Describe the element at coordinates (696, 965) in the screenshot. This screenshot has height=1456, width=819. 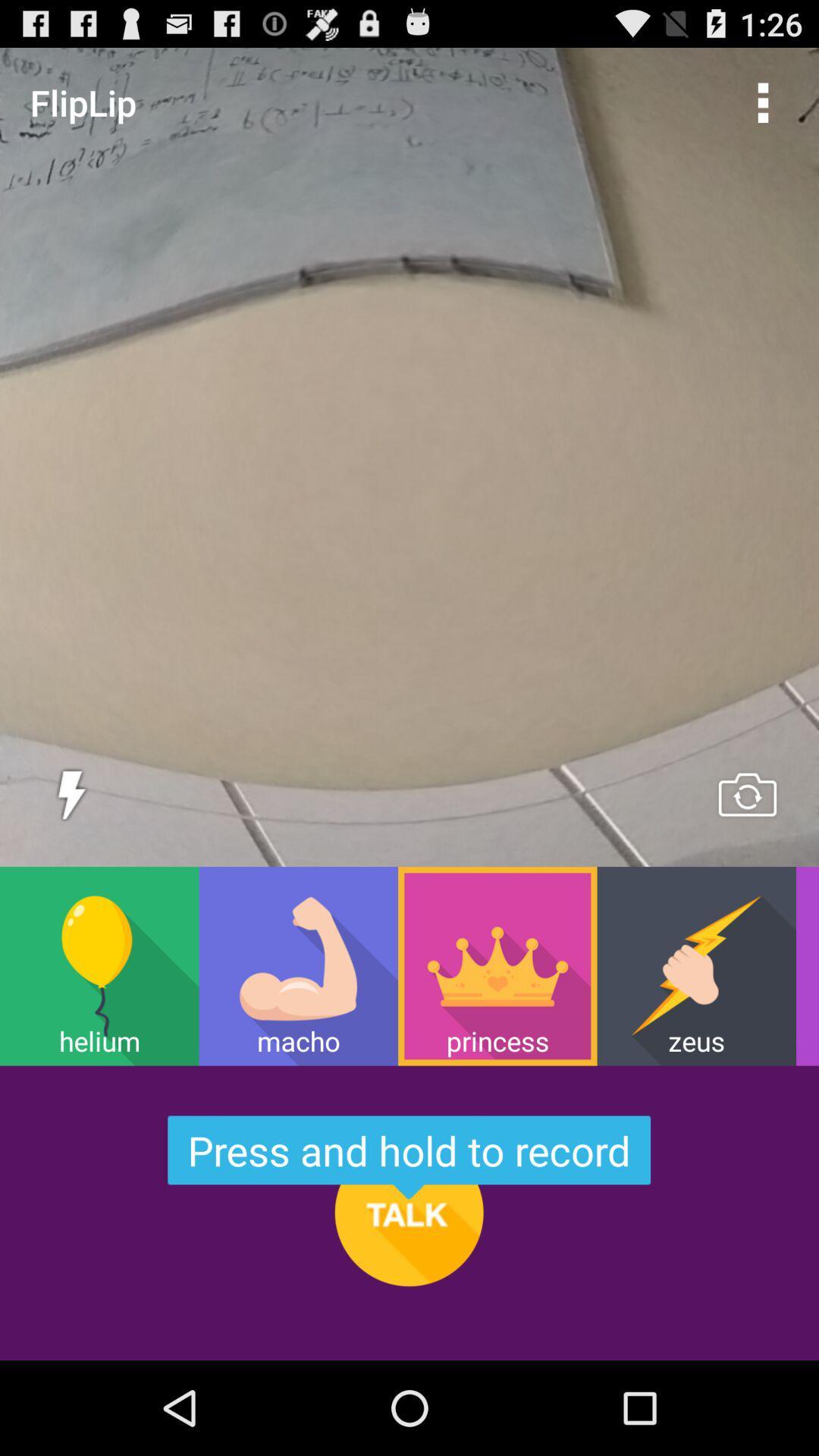
I see `the item next to princess item` at that location.